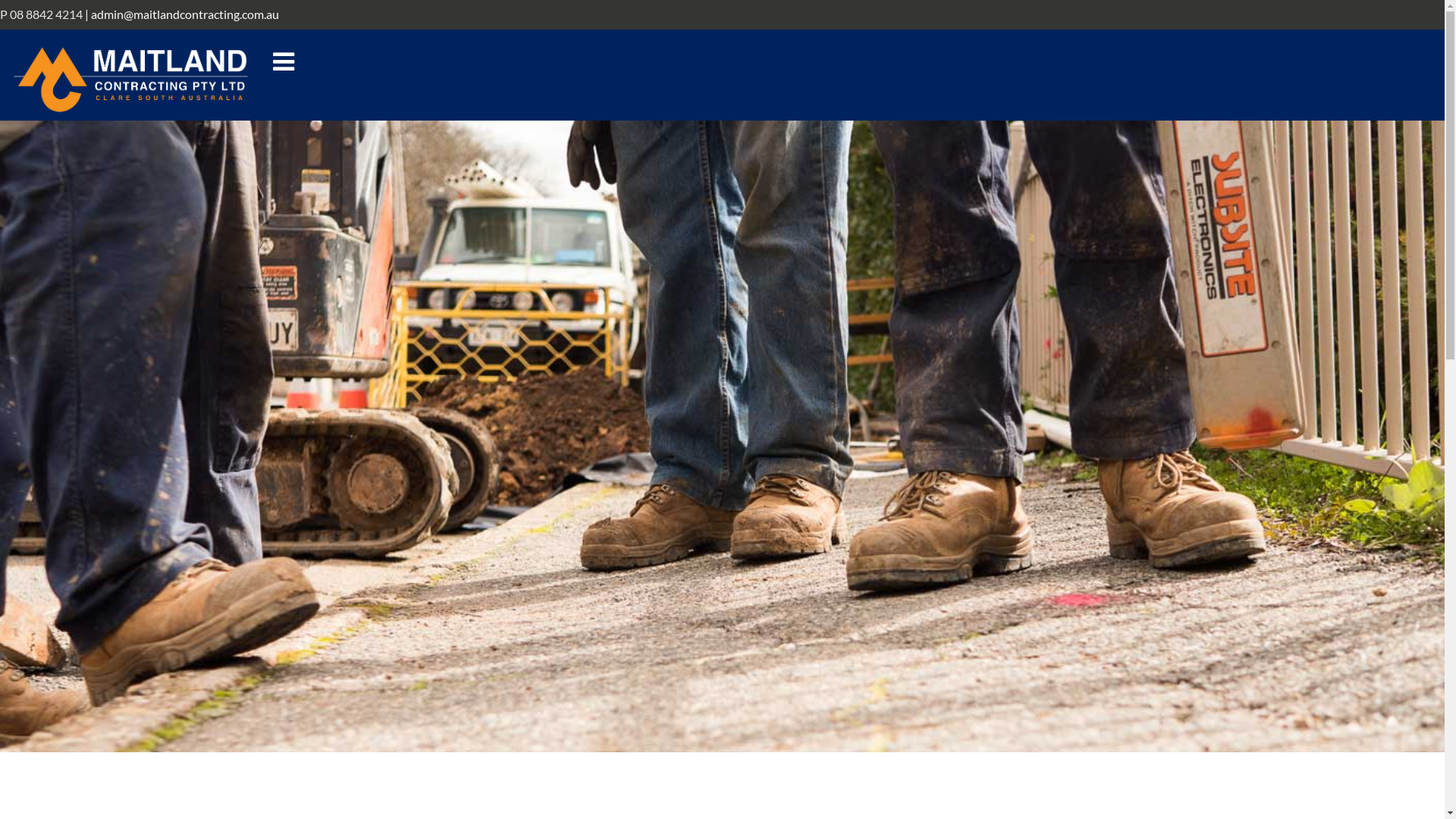 This screenshot has width=1456, height=819. Describe the element at coordinates (0, 14) in the screenshot. I see `'P 08 8842 4214'` at that location.